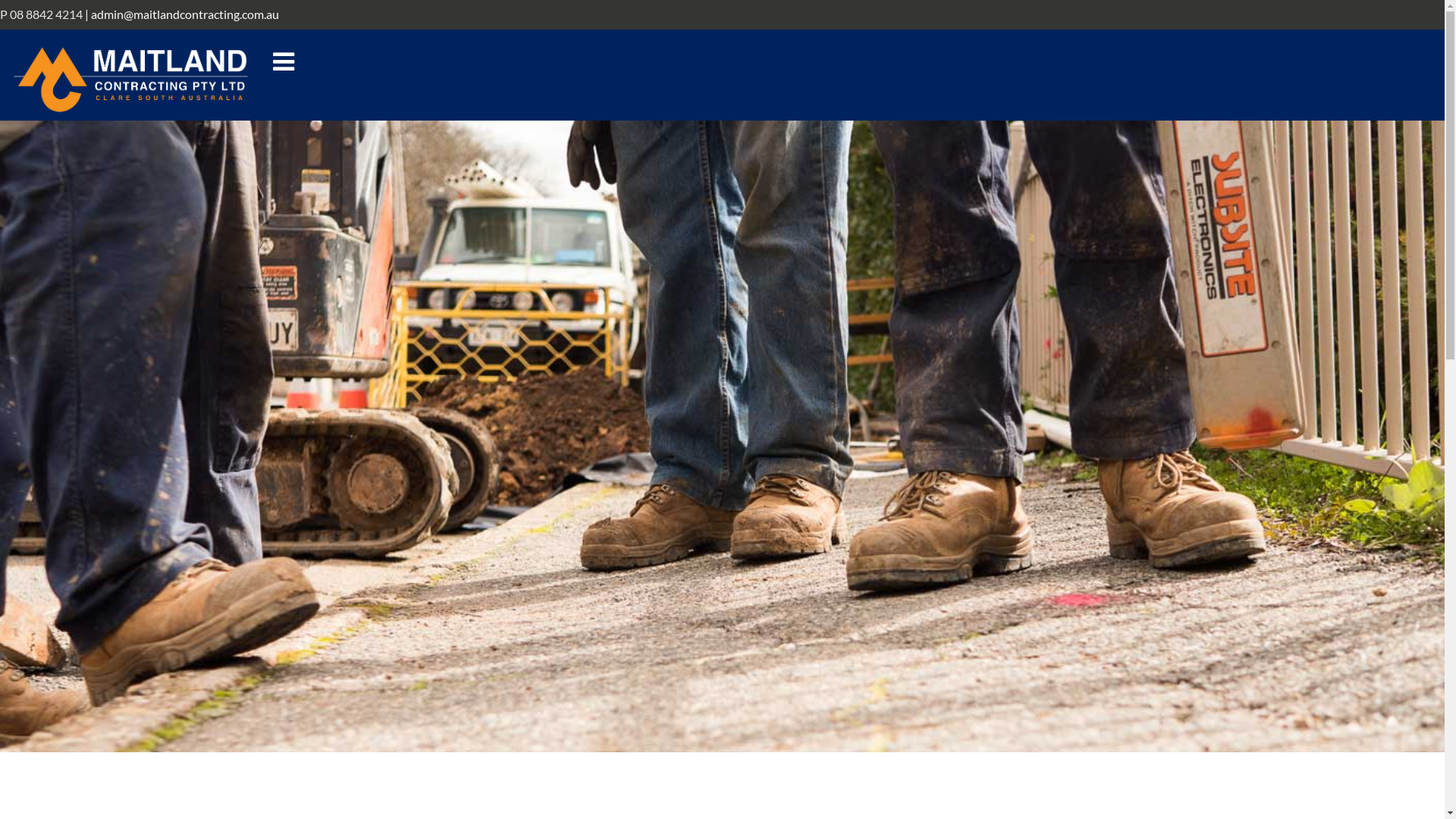 This screenshot has width=1456, height=819. Describe the element at coordinates (0, 14) in the screenshot. I see `'P 08 8842 4214'` at that location.